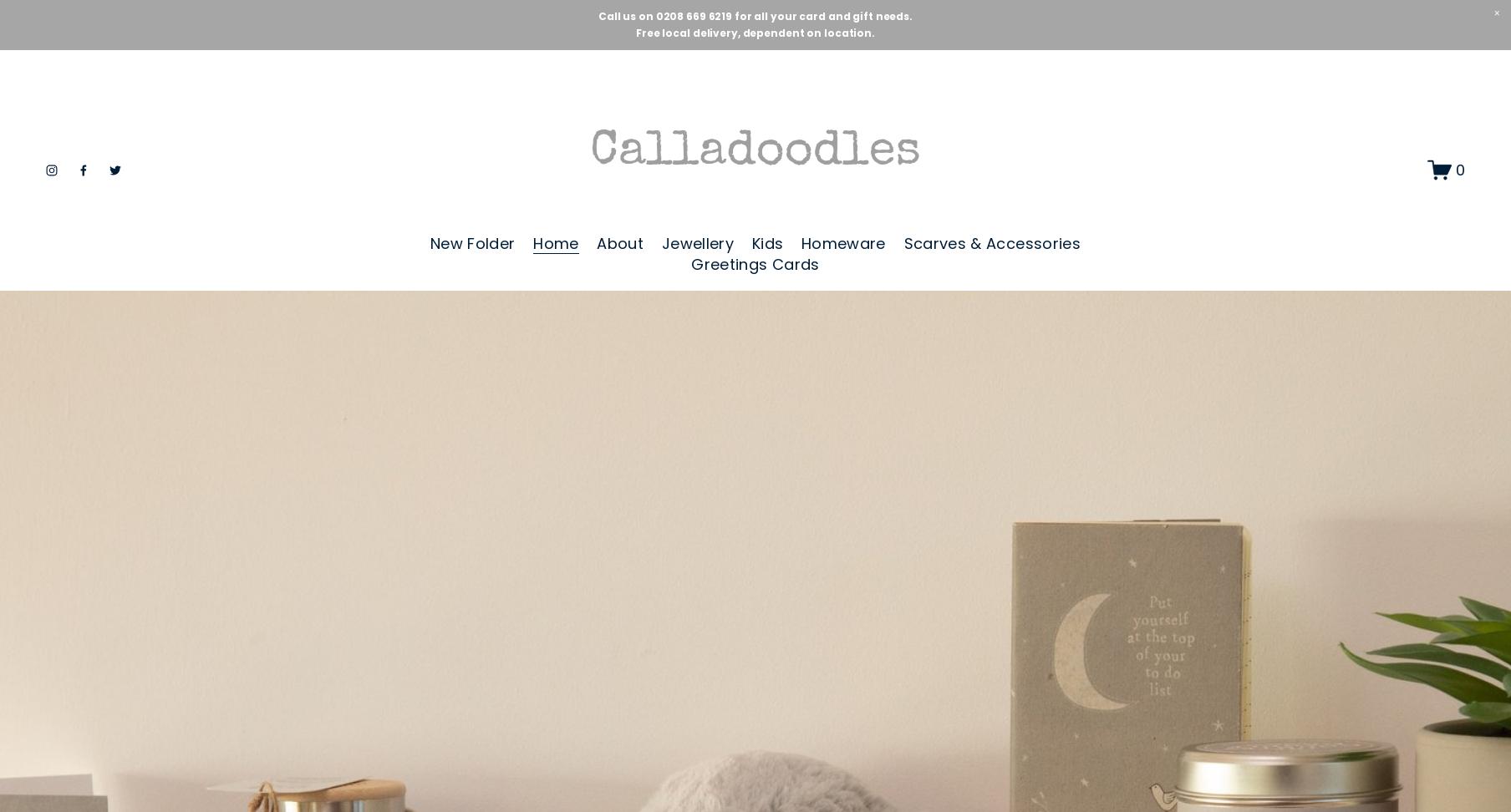 The height and width of the screenshot is (812, 1511). Describe the element at coordinates (696, 243) in the screenshot. I see `'Jewellery'` at that location.